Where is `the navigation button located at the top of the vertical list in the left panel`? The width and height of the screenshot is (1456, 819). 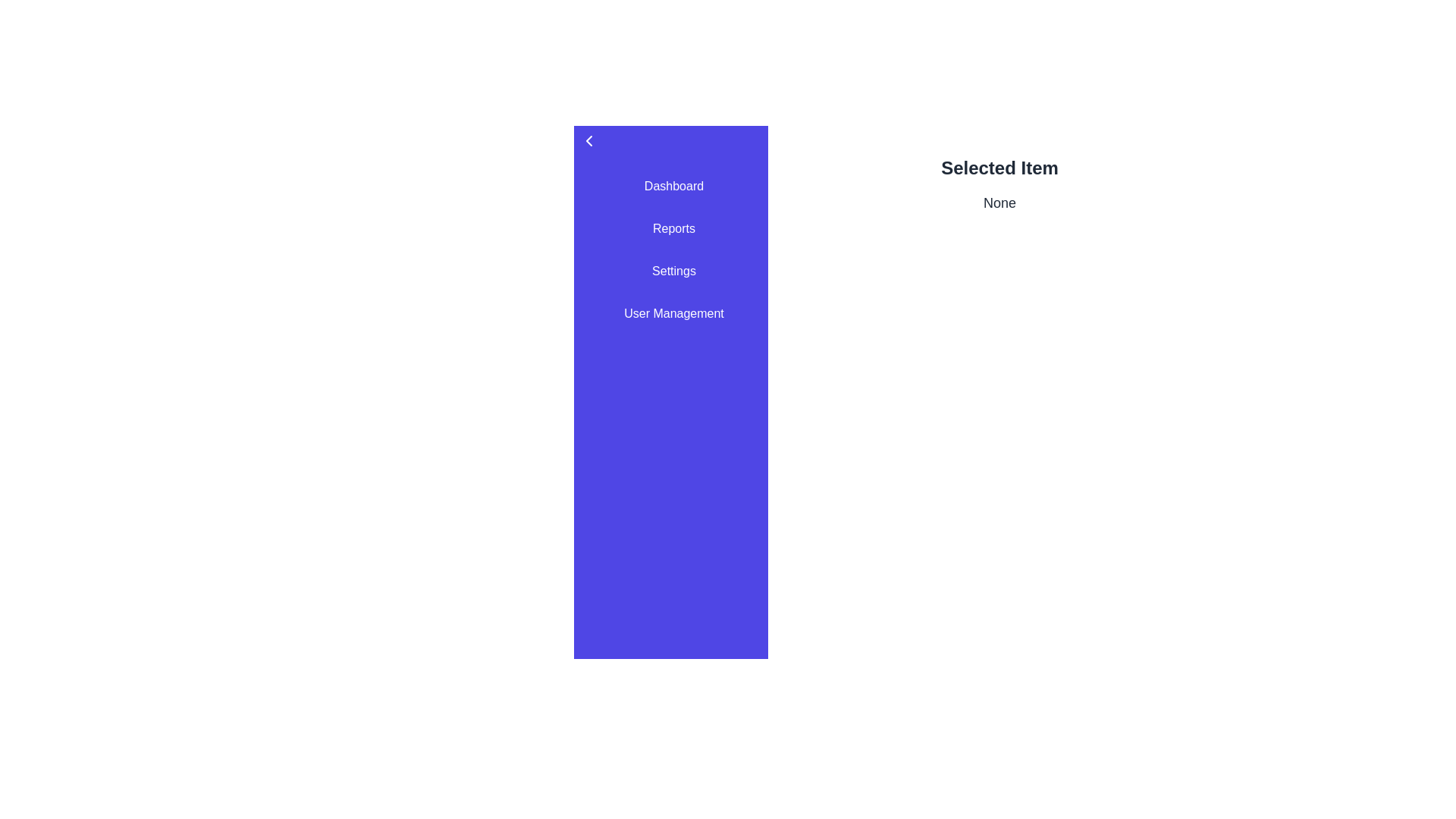 the navigation button located at the top of the vertical list in the left panel is located at coordinates (673, 186).